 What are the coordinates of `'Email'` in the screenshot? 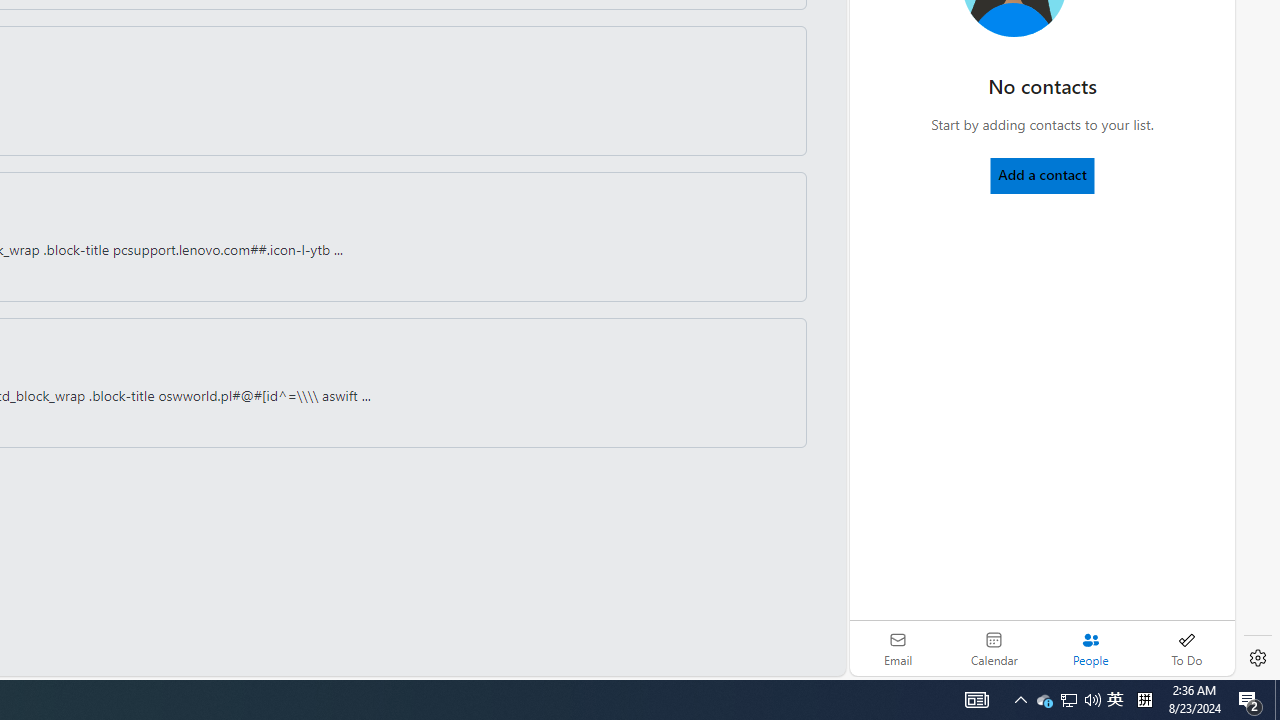 It's located at (897, 648).